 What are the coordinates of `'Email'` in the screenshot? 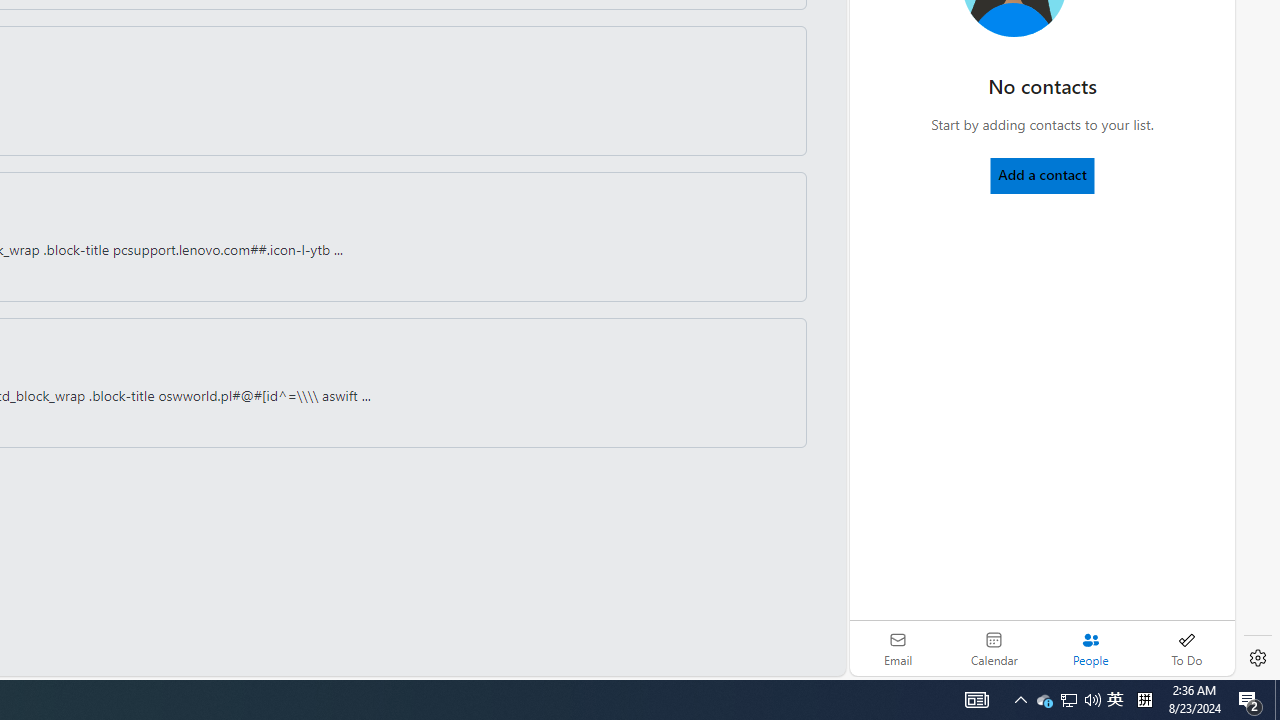 It's located at (897, 648).